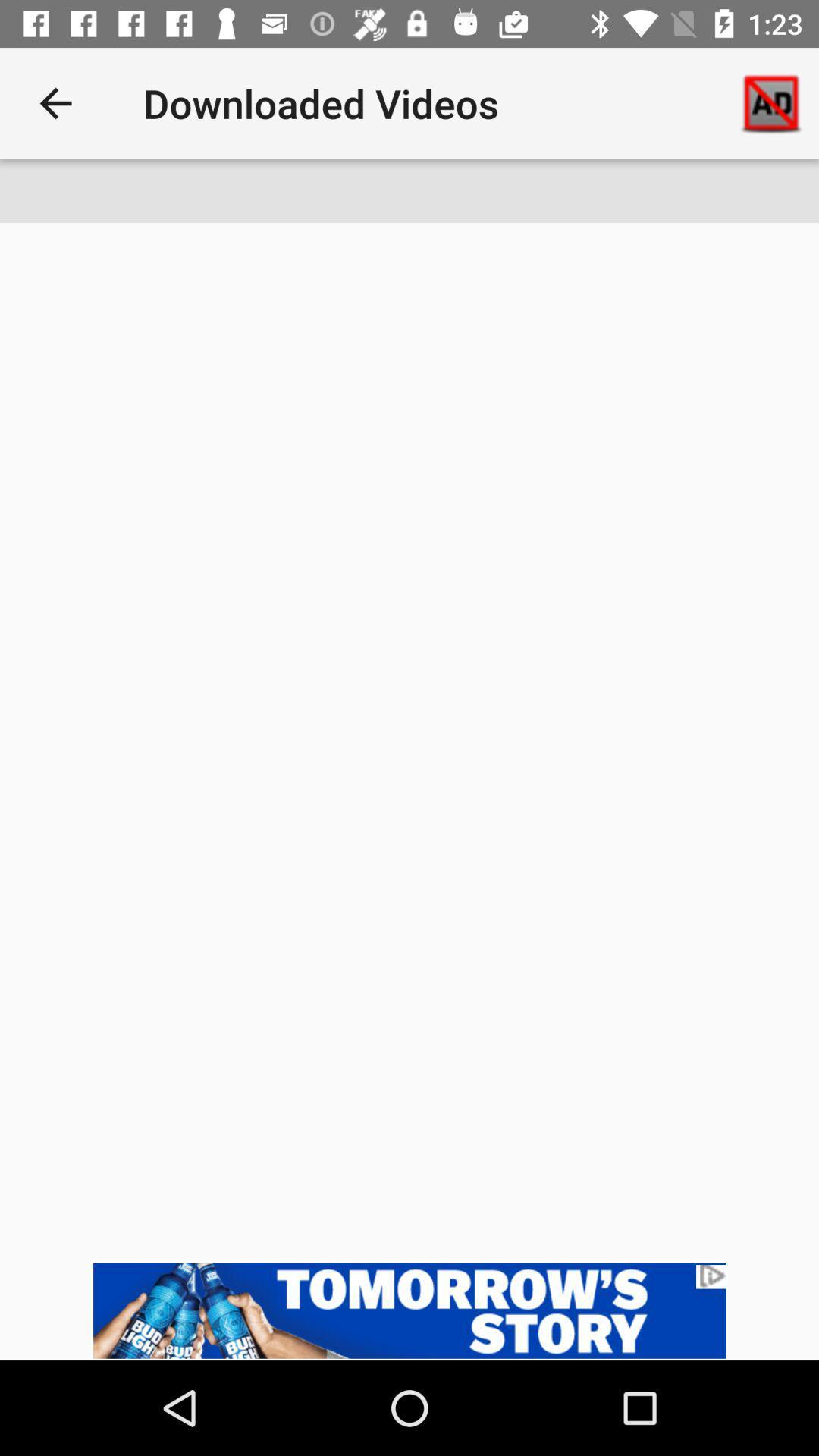  Describe the element at coordinates (409, 1310) in the screenshot. I see `the option` at that location.